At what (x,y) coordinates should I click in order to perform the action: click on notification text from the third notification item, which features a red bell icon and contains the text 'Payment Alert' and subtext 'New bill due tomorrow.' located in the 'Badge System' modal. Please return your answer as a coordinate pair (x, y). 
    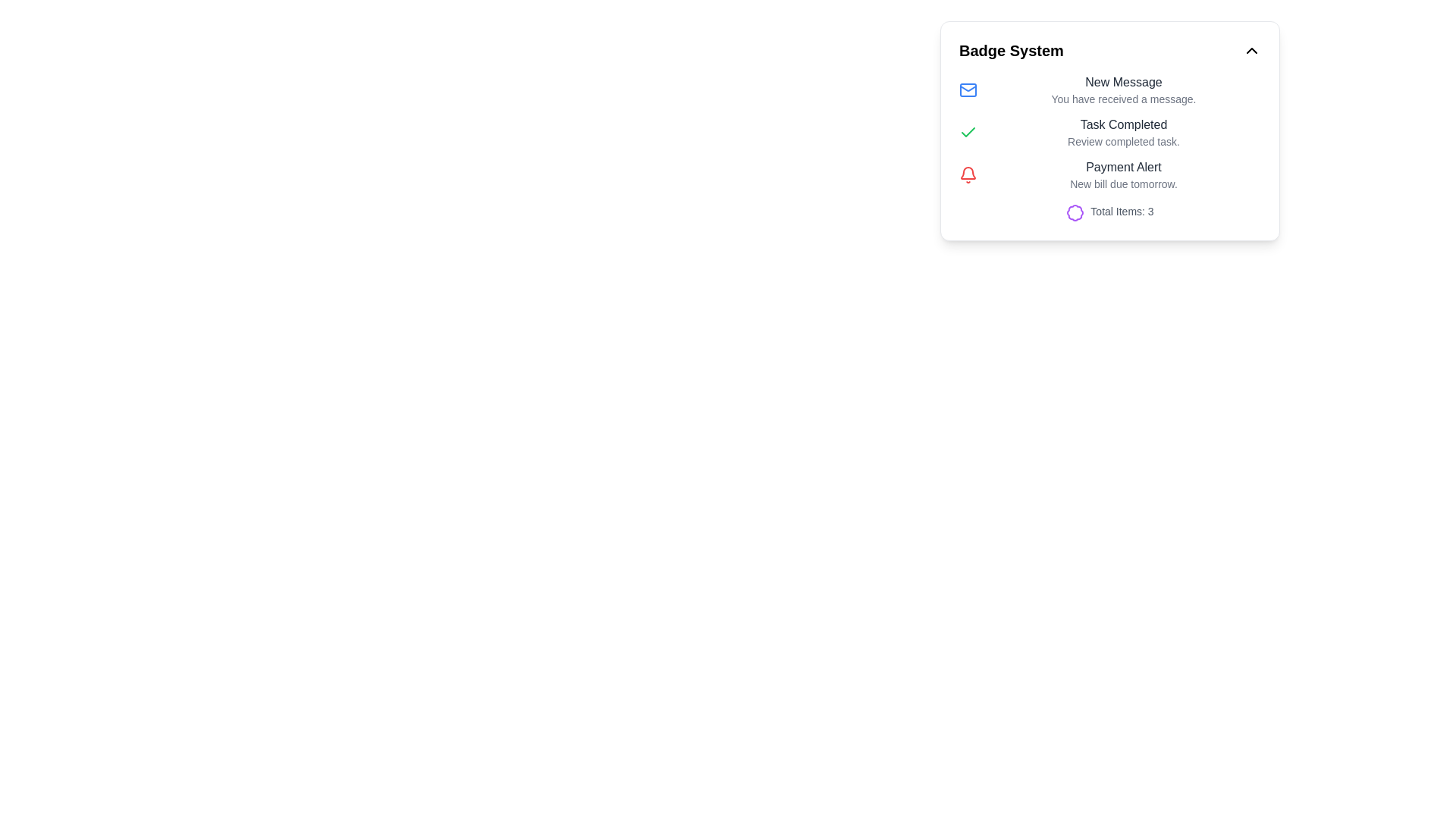
    Looking at the image, I should click on (1110, 174).